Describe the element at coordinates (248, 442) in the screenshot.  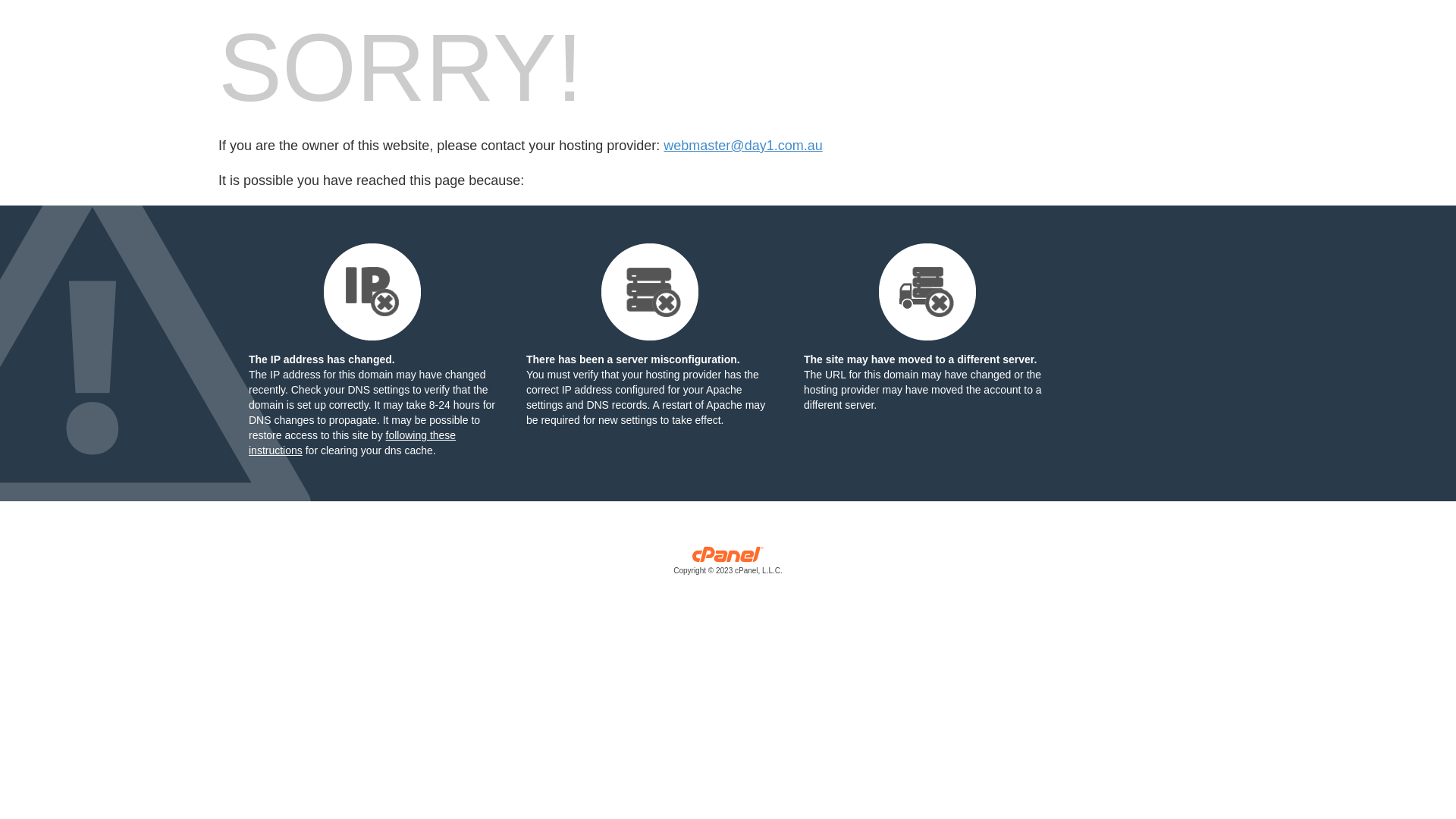
I see `'following these instructions'` at that location.